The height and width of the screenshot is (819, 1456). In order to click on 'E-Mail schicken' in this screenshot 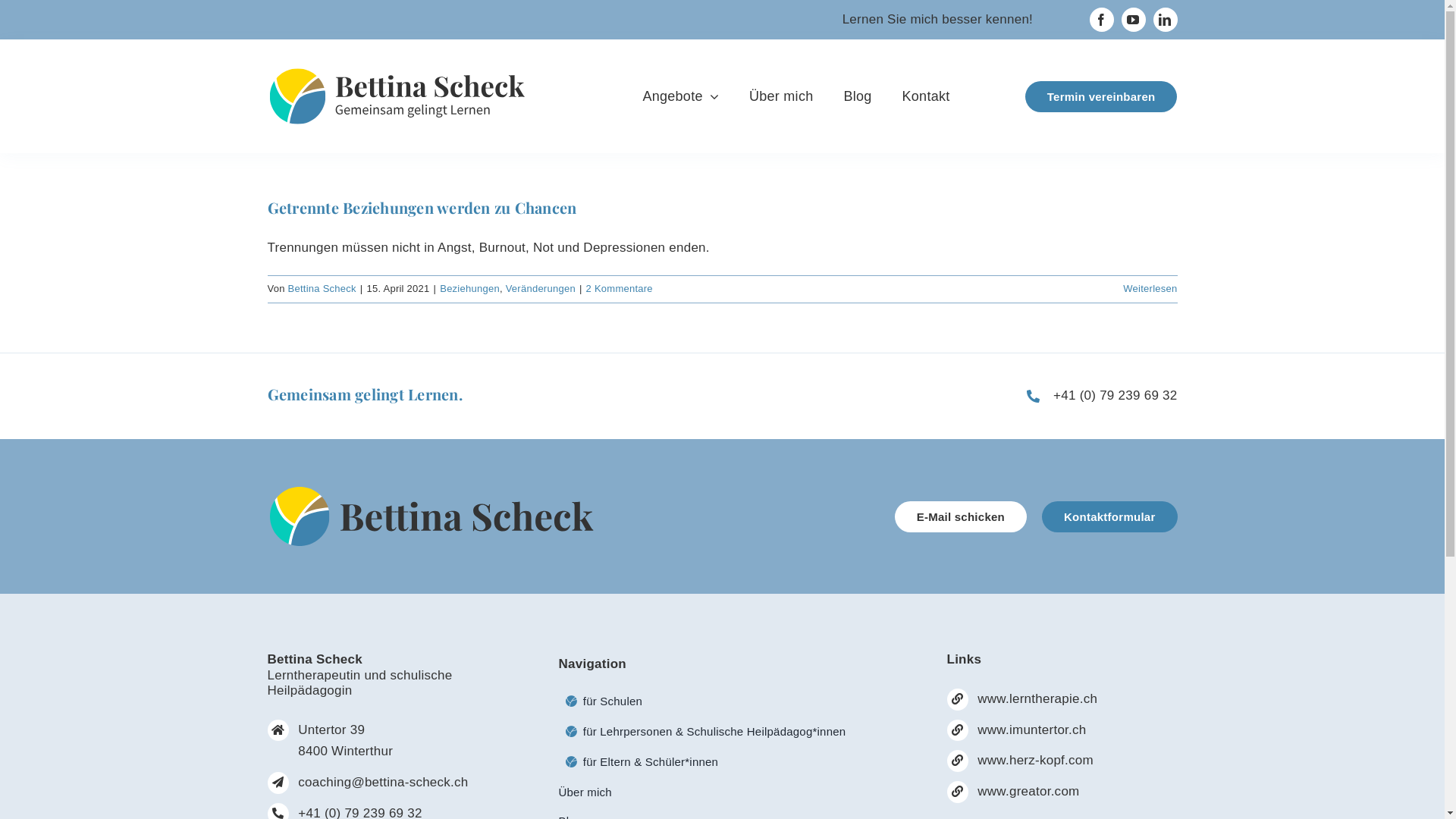, I will do `click(895, 516)`.